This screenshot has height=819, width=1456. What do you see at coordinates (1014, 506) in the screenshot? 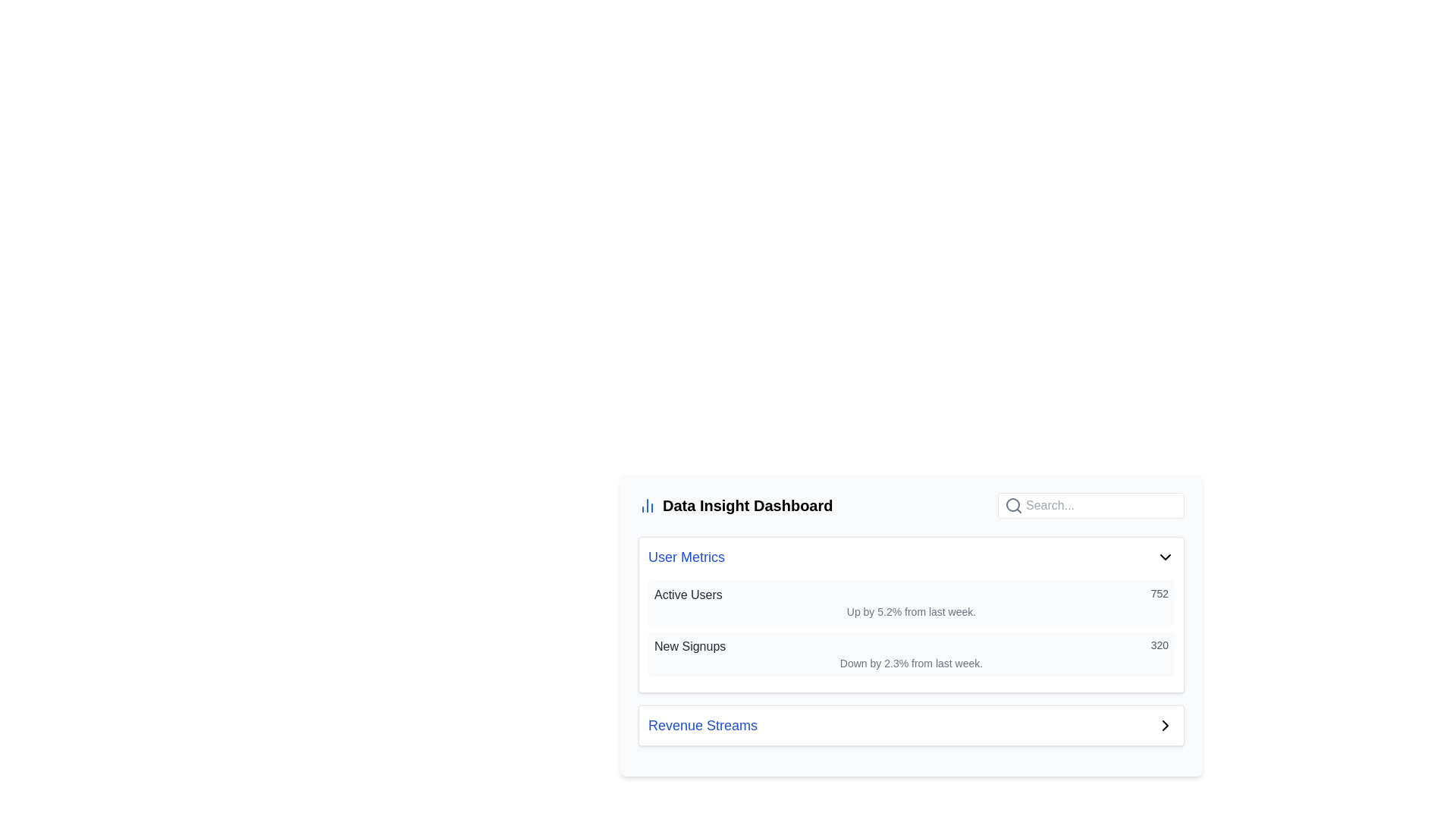
I see `the search icon located at the top-right of the dashboard, which indicates the search feature adjacent to the text input field` at bounding box center [1014, 506].